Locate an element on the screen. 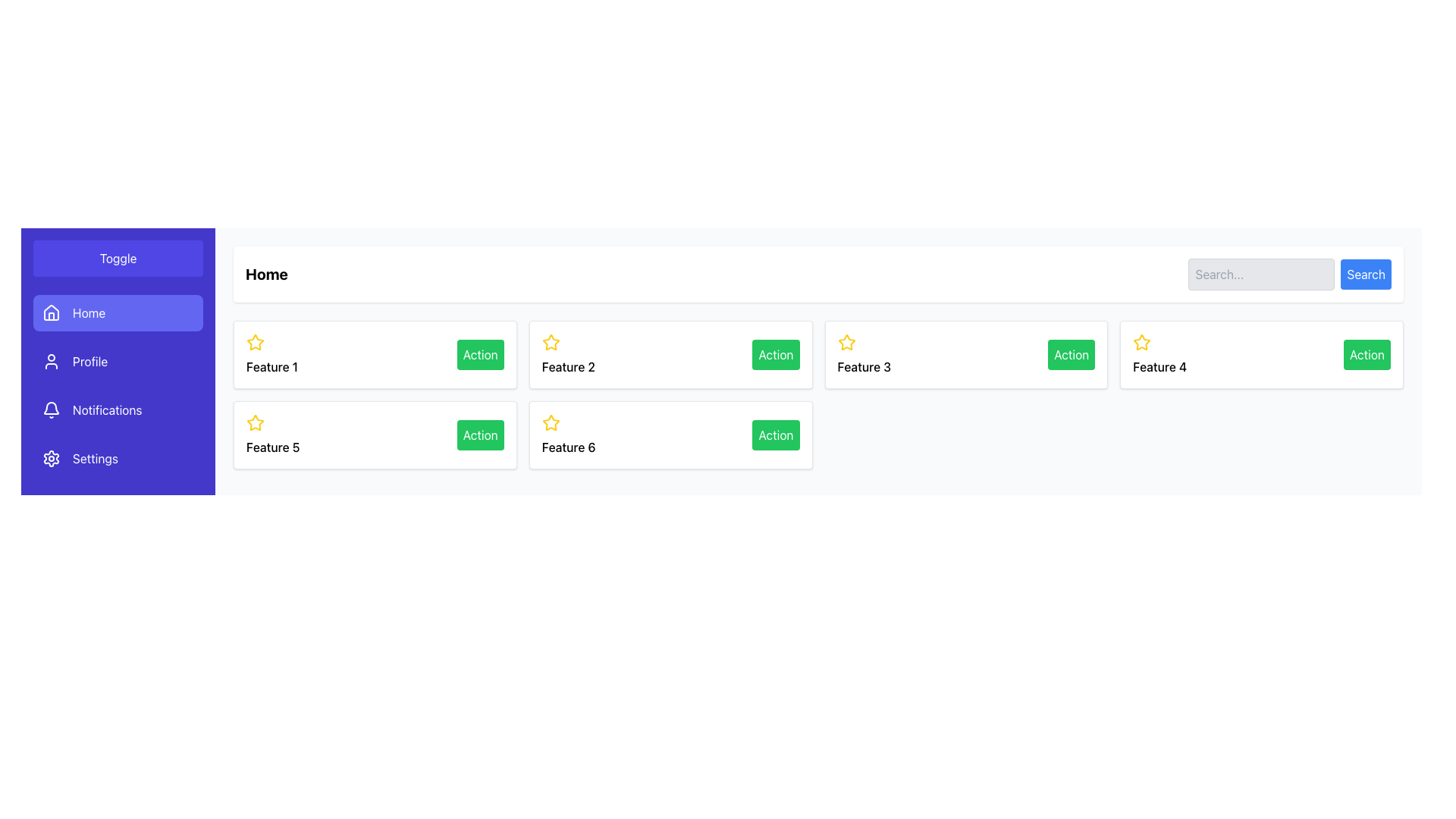 This screenshot has height=819, width=1456. the icon located within the 'Feature 1' box on the upper-left side of the content grid for accessibility purposes is located at coordinates (255, 342).